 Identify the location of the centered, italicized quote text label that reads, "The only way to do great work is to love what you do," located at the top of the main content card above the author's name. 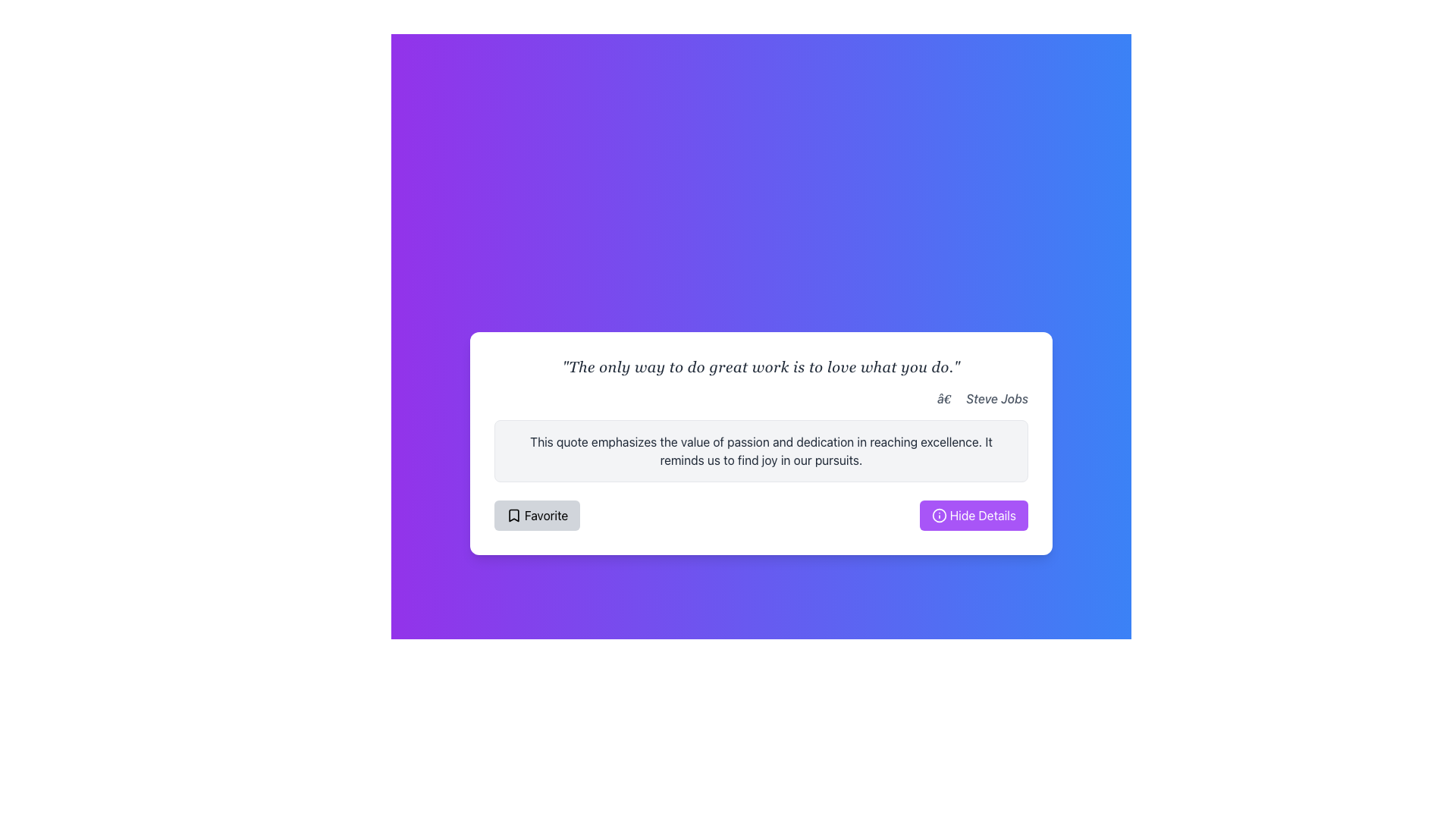
(761, 366).